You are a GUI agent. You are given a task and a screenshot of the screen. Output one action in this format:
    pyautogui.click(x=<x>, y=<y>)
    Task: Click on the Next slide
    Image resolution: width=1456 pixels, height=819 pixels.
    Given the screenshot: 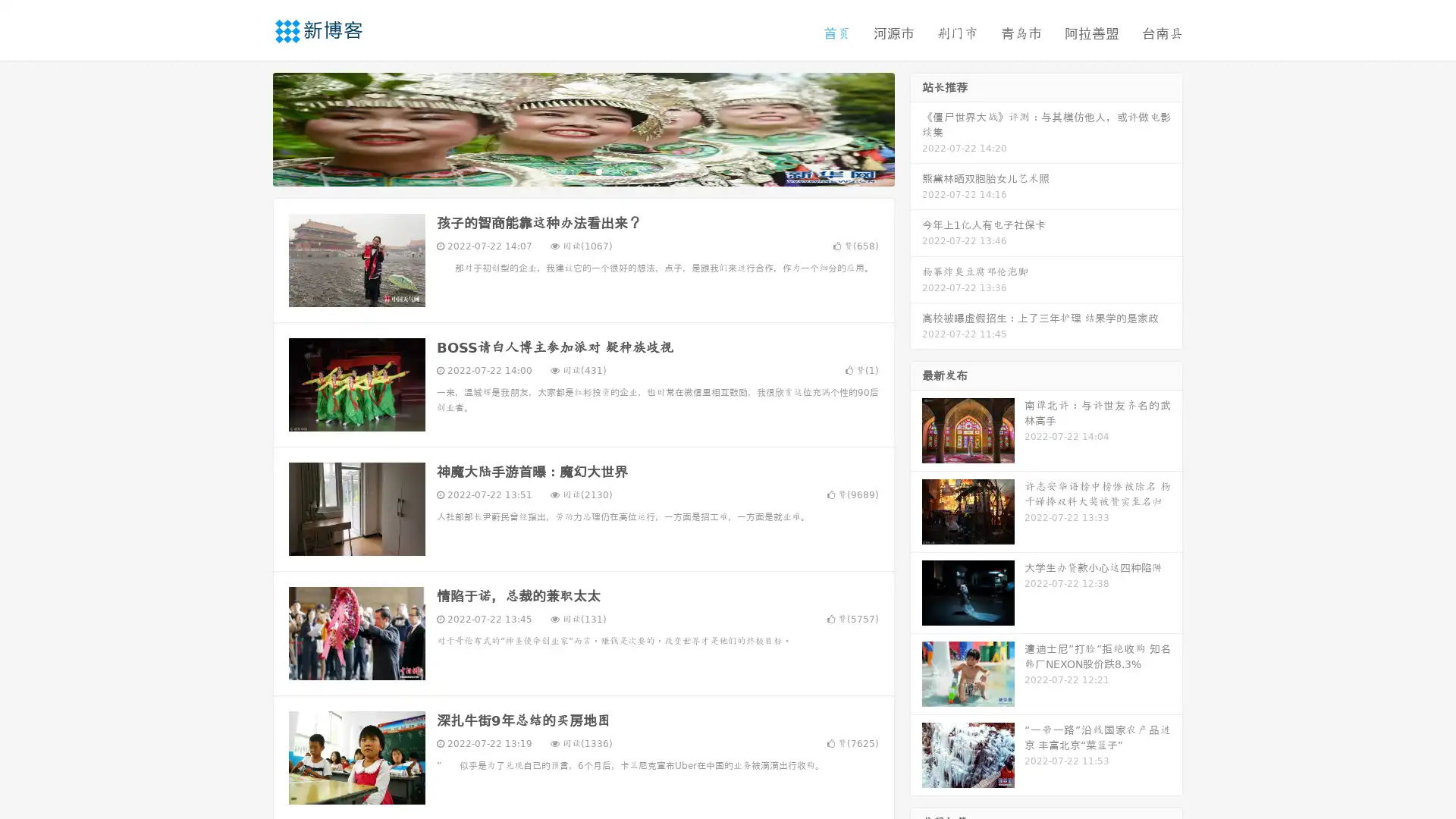 What is the action you would take?
    pyautogui.click(x=916, y=127)
    